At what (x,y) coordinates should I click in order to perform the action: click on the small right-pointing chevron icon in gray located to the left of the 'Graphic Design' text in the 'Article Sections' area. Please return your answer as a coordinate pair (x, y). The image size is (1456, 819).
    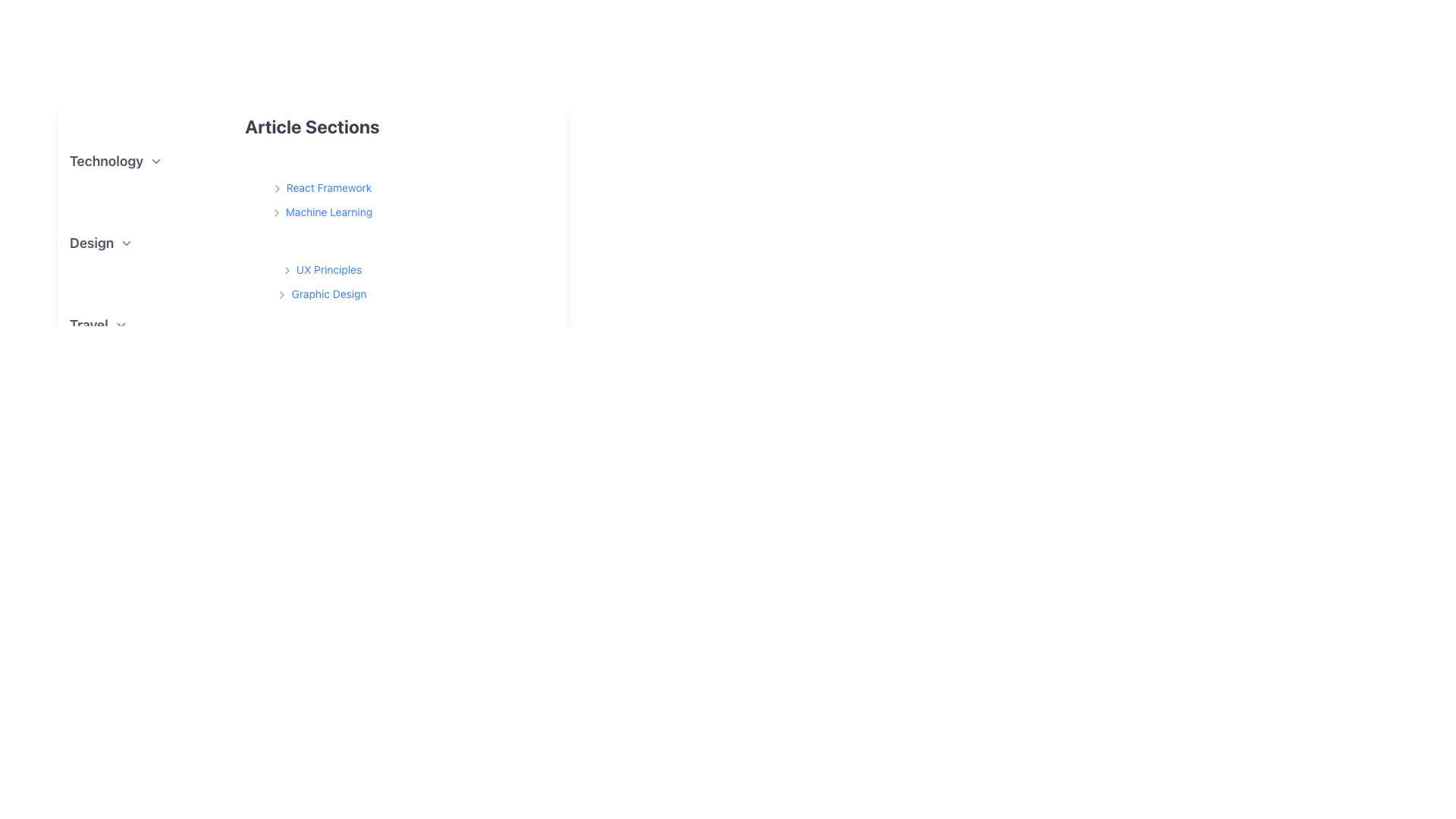
    Looking at the image, I should click on (282, 295).